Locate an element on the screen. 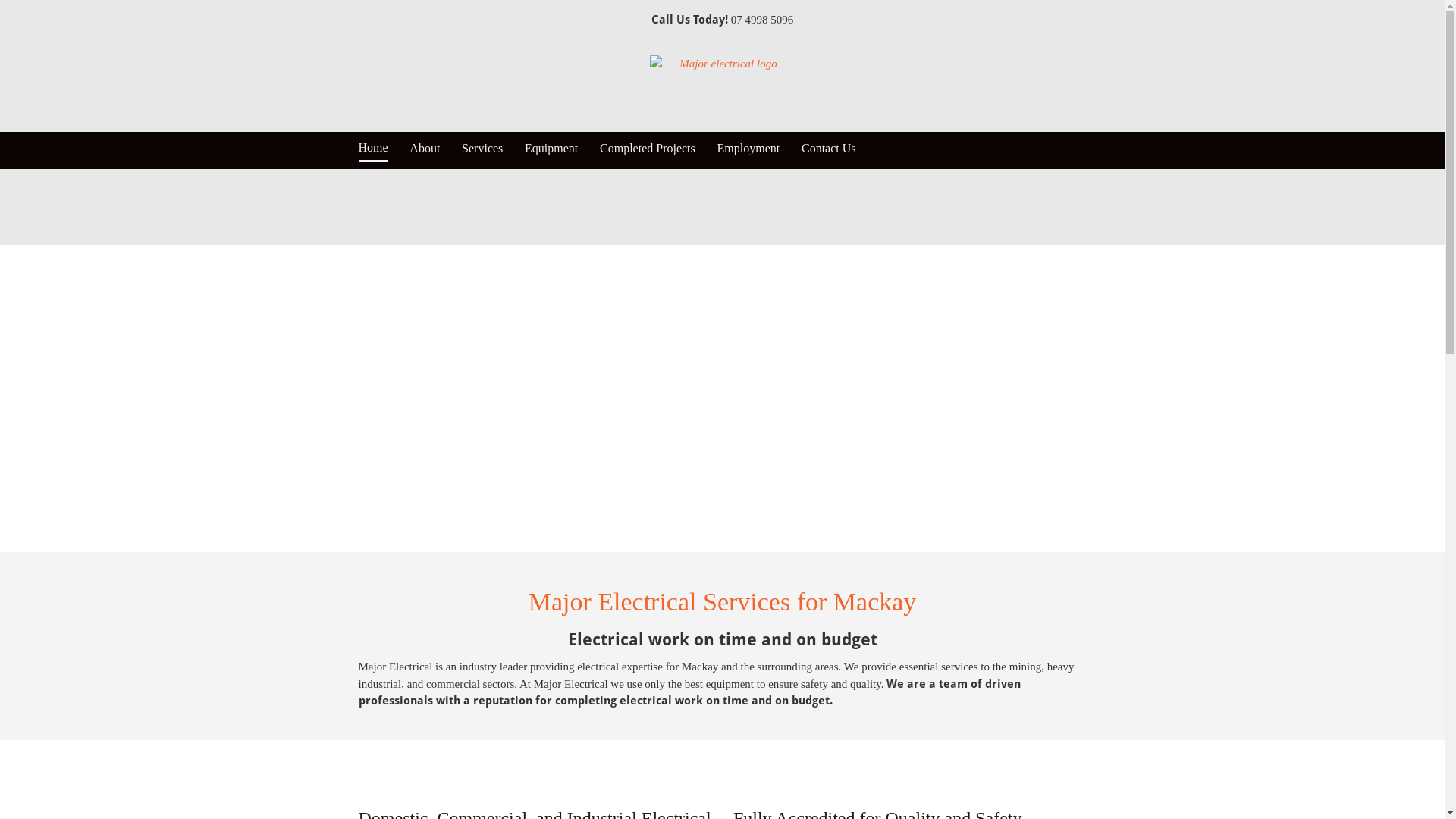 The height and width of the screenshot is (819, 1456). 'Services' is located at coordinates (482, 149).